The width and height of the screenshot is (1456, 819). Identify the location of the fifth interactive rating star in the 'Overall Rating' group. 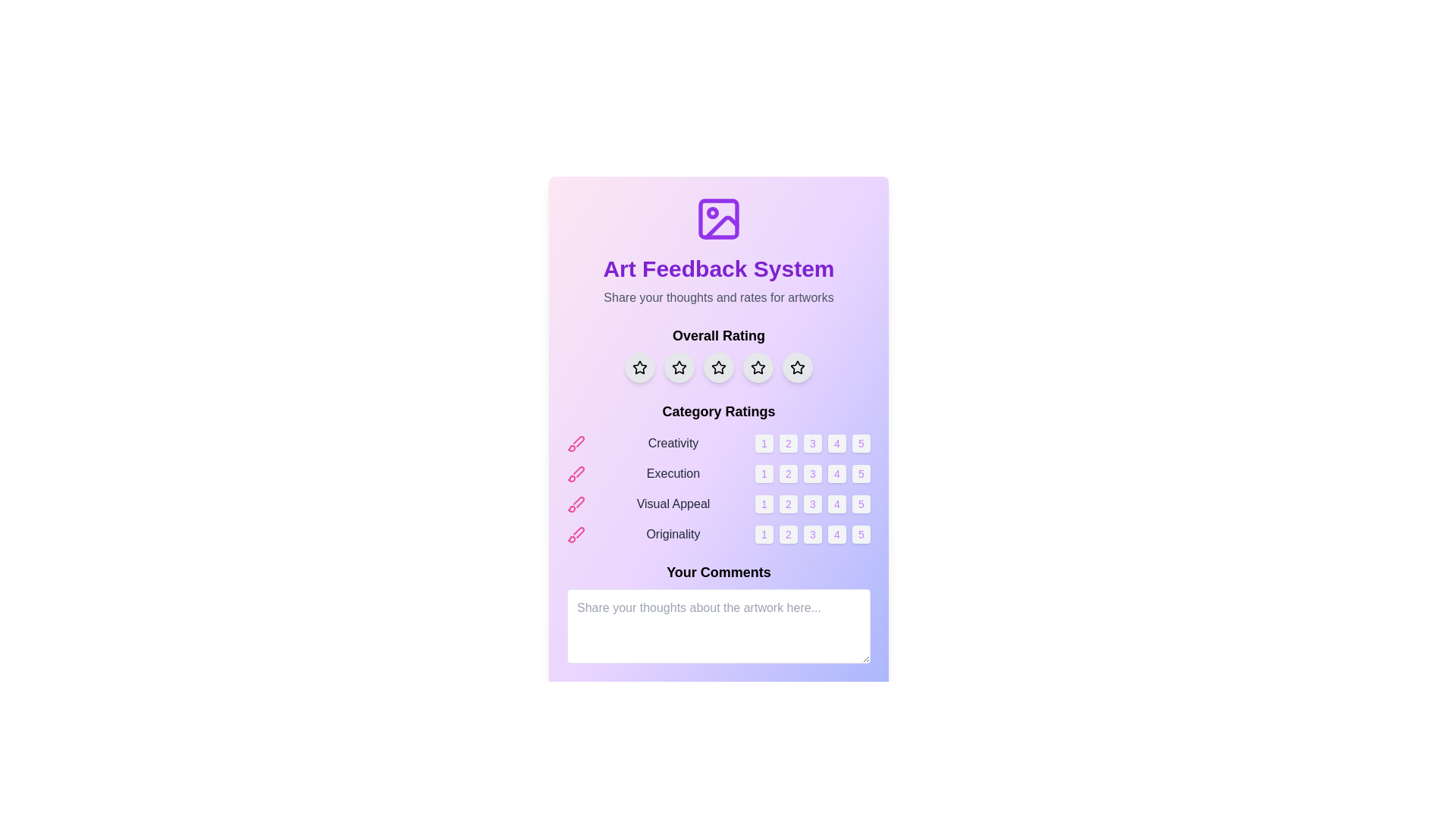
(796, 367).